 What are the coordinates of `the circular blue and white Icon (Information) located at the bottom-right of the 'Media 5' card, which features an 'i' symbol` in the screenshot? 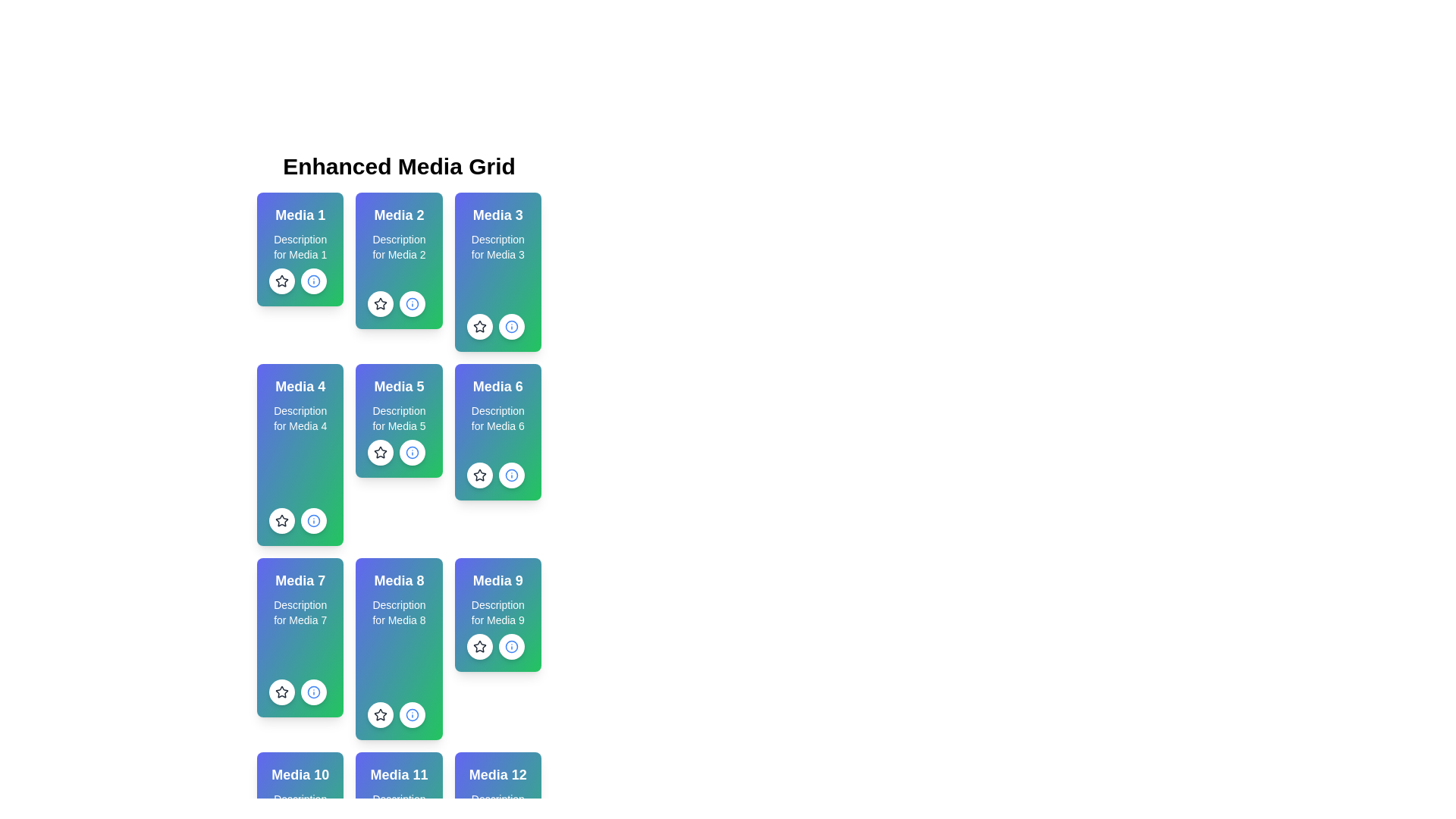 It's located at (413, 304).